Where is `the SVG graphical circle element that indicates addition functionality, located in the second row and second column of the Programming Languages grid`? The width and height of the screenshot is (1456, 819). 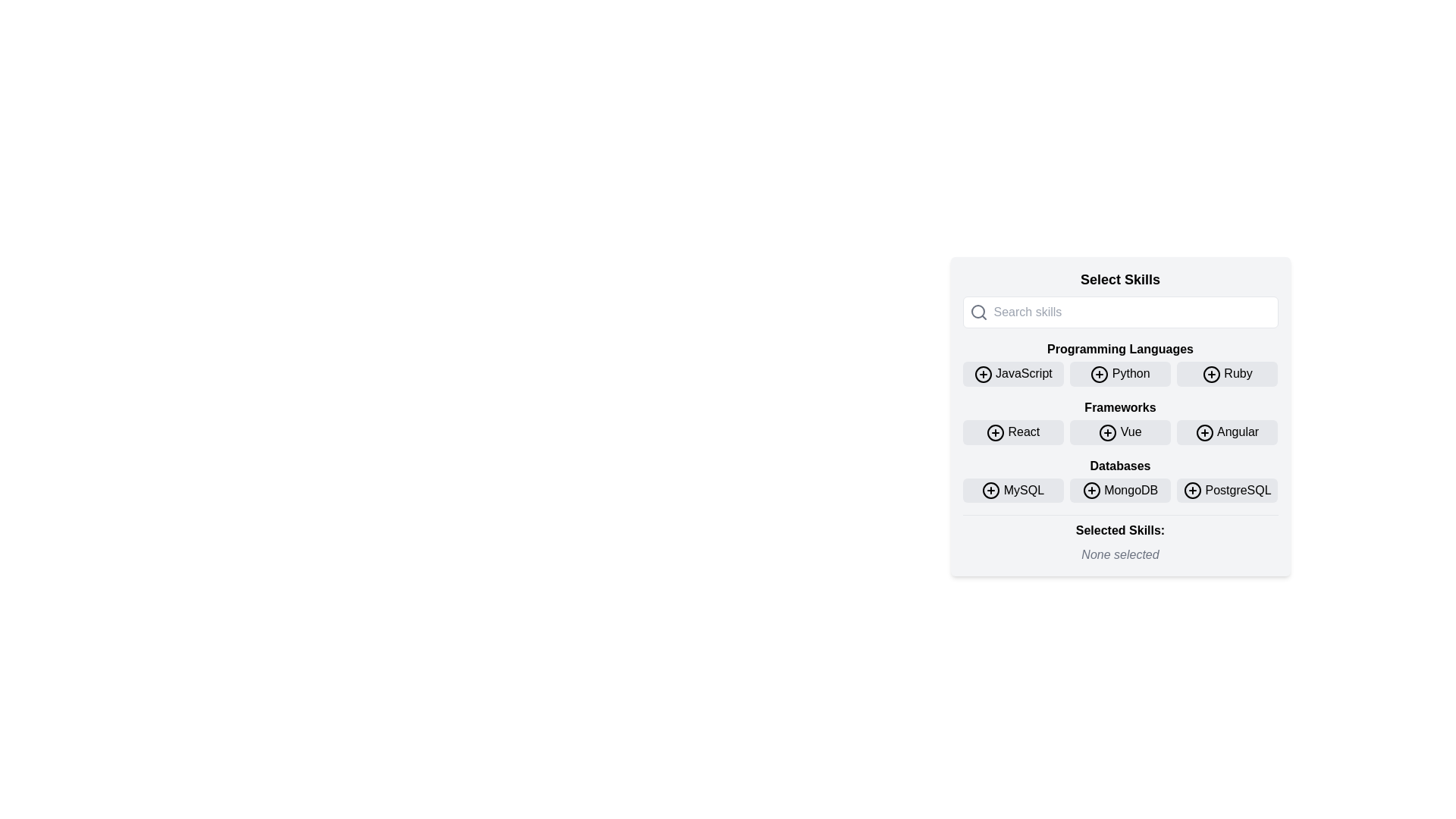 the SVG graphical circle element that indicates addition functionality, located in the second row and second column of the Programming Languages grid is located at coordinates (1100, 374).